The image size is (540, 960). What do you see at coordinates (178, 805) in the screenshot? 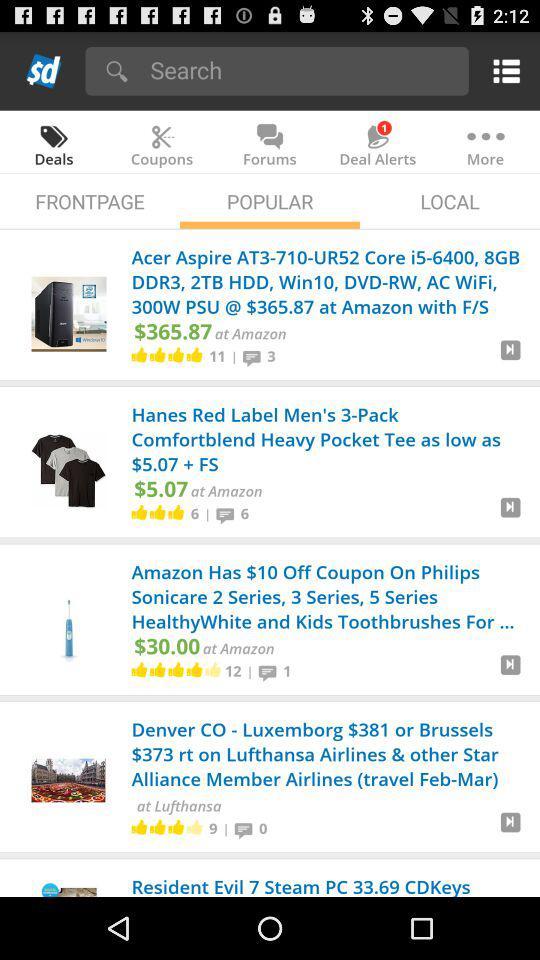
I see `the item above the 9` at bounding box center [178, 805].